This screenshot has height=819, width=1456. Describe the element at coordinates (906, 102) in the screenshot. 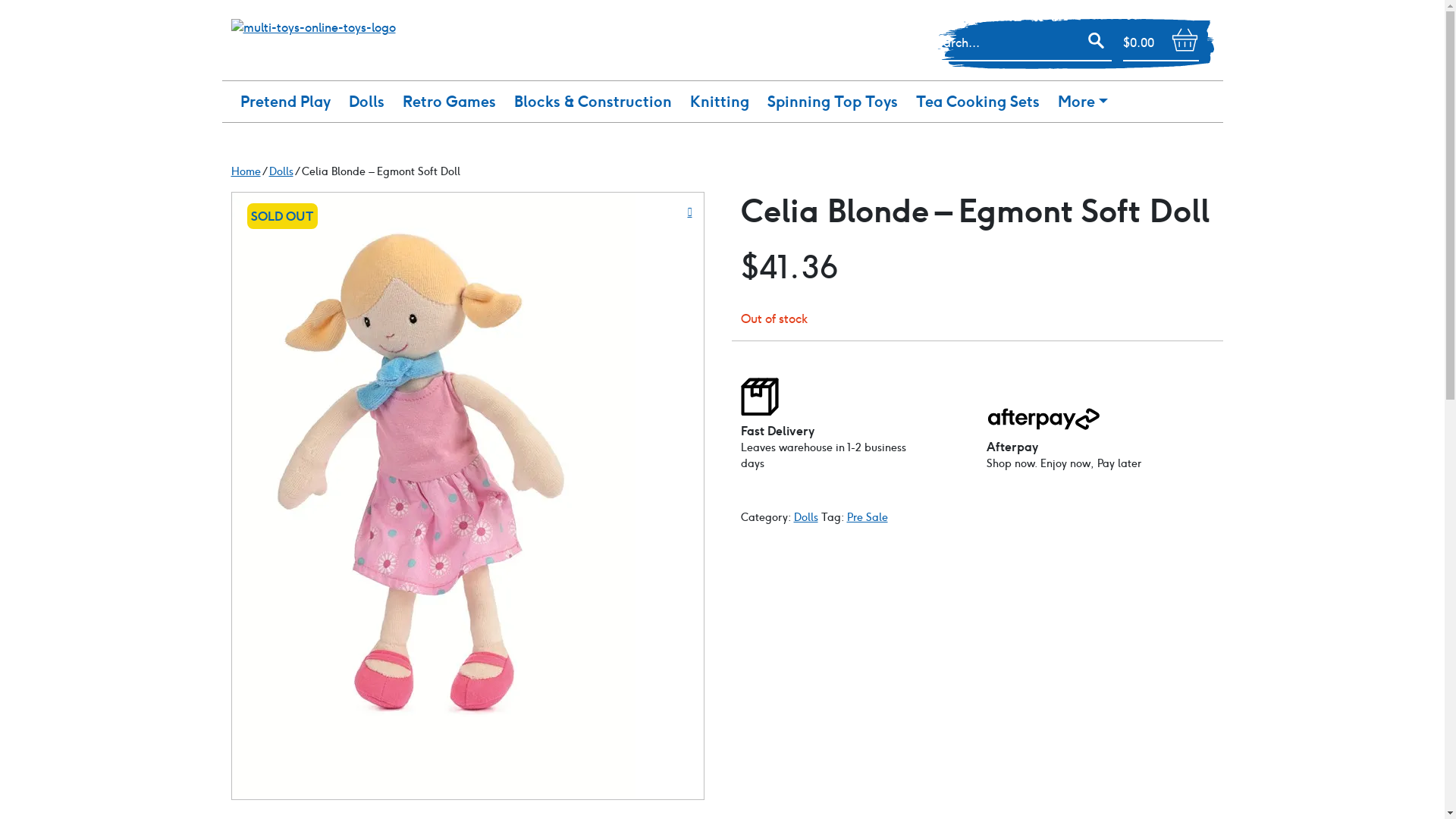

I see `'Tea Cooking Sets'` at that location.